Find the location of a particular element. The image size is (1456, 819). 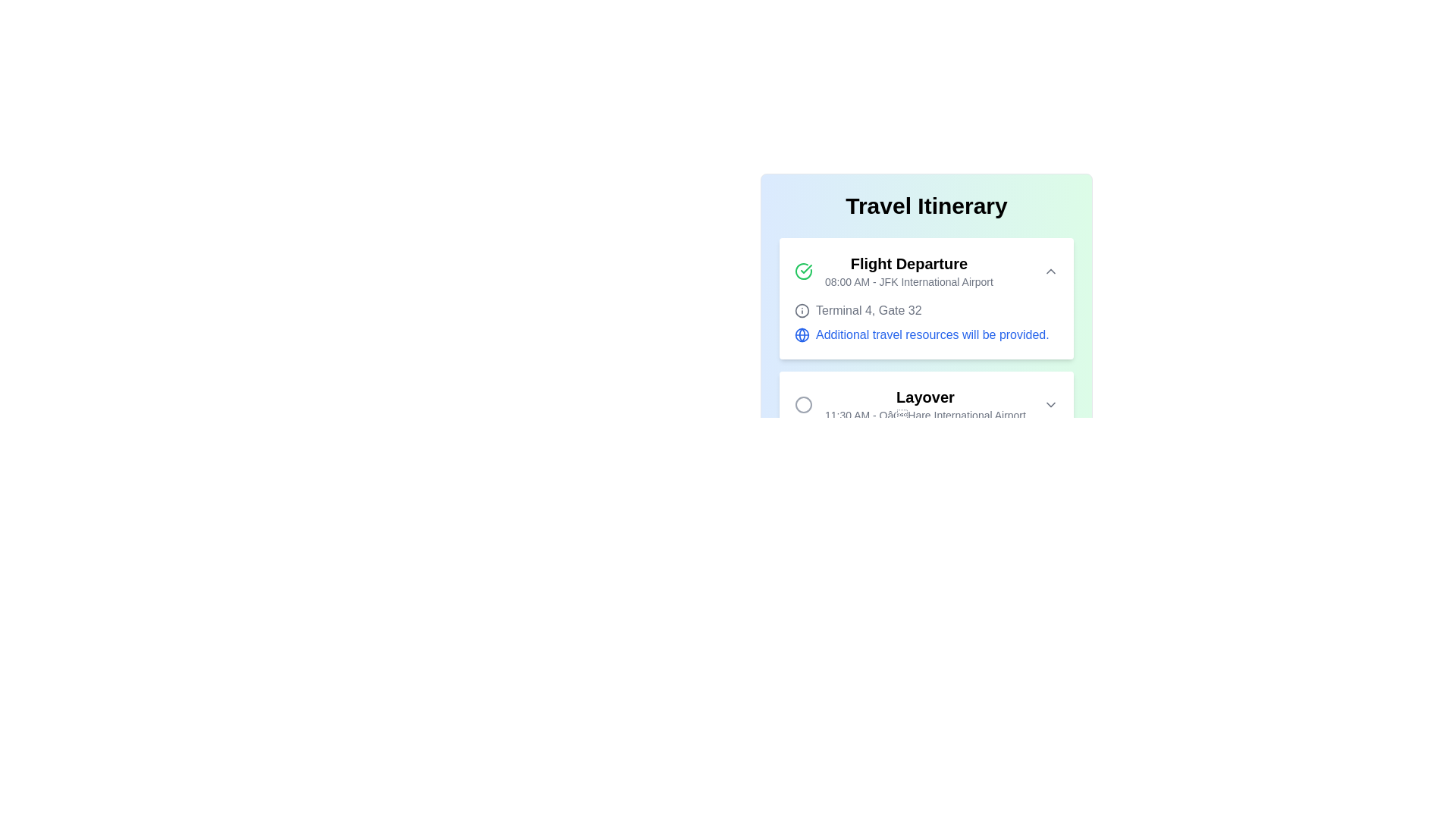

the circular graphical element with a blue outline and white background that is part of a globe icon within the SVG is located at coordinates (801, 334).